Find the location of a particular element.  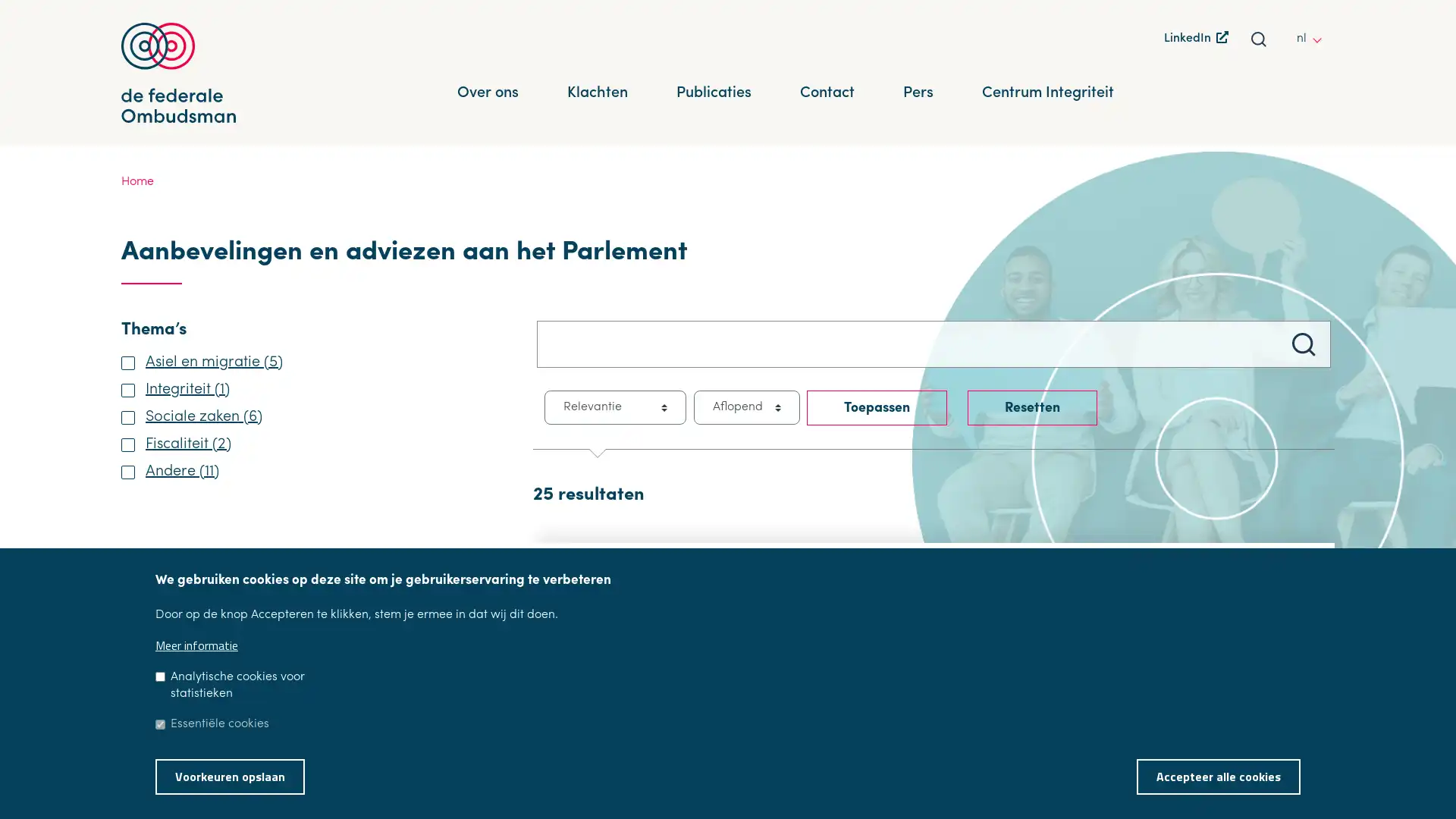

Toestemming intrekken is located at coordinates (1319, 766).